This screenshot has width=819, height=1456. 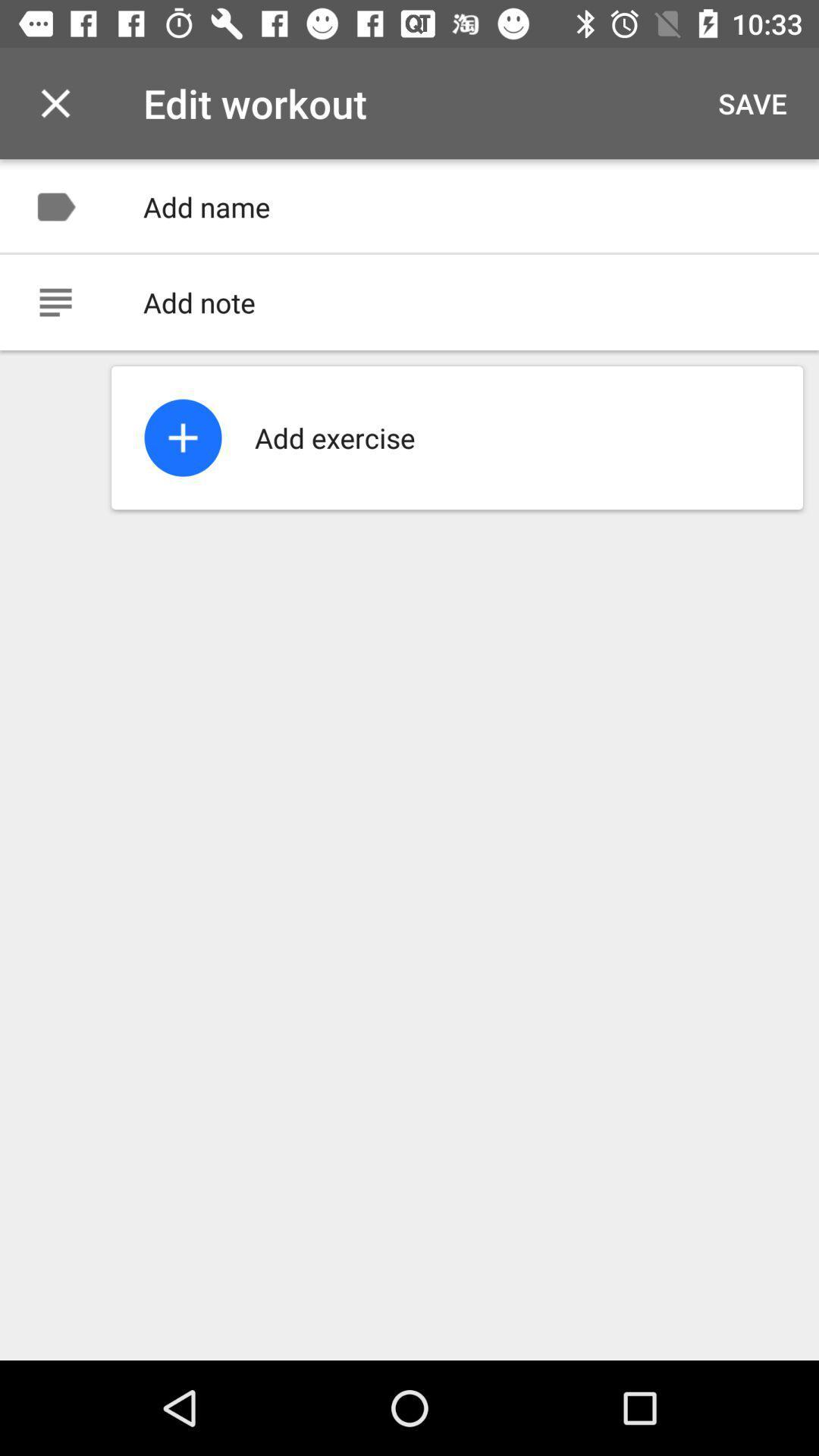 What do you see at coordinates (55, 102) in the screenshot?
I see `the item next to edit workout item` at bounding box center [55, 102].